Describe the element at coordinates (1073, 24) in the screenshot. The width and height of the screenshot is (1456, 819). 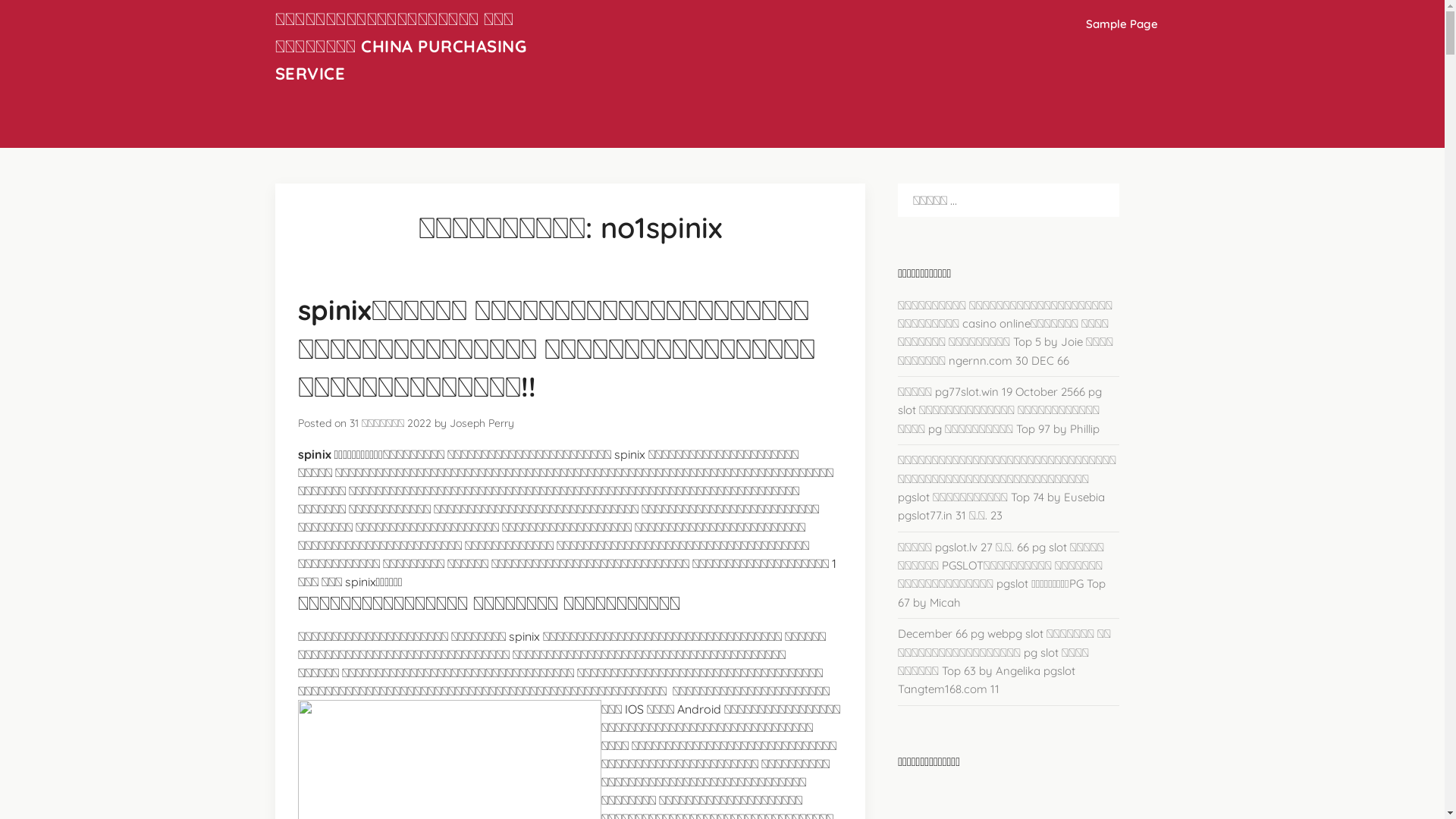
I see `'Sample Page'` at that location.